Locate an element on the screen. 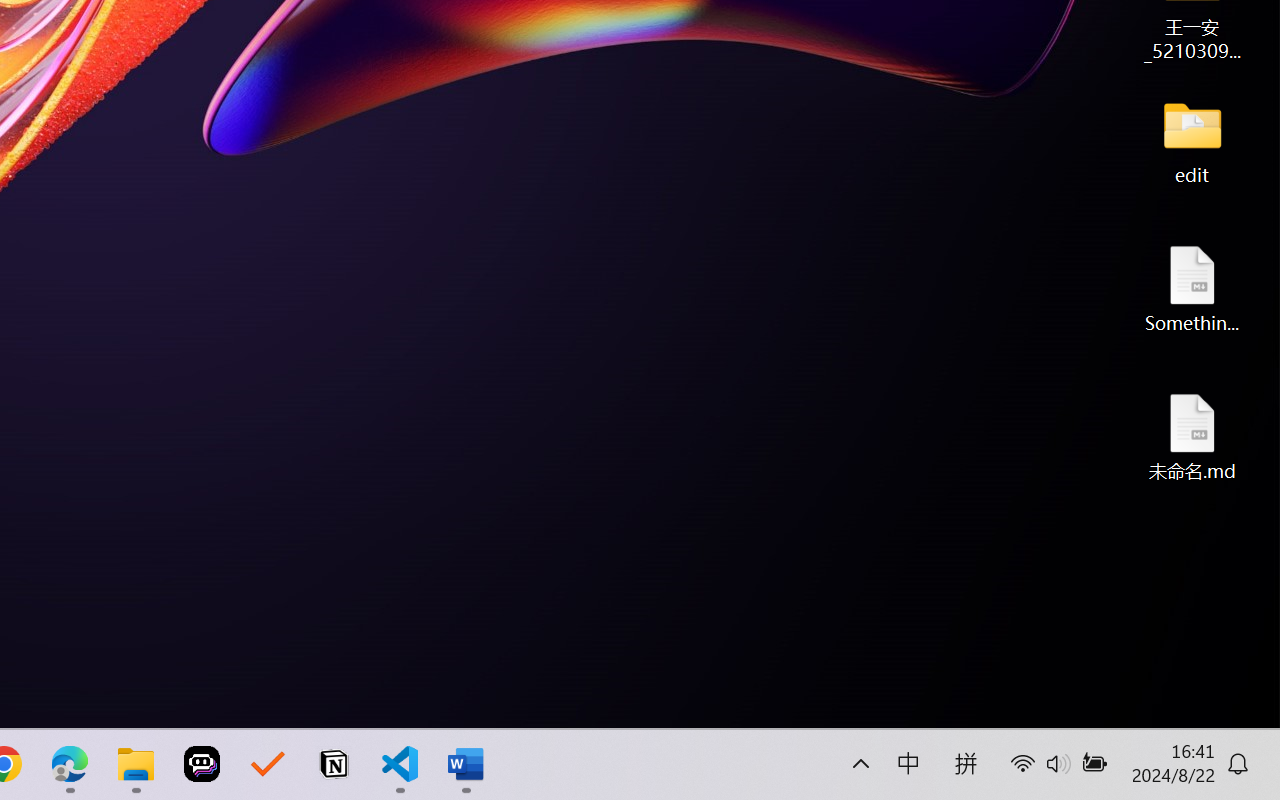 The image size is (1280, 800). 'edit' is located at coordinates (1192, 140).